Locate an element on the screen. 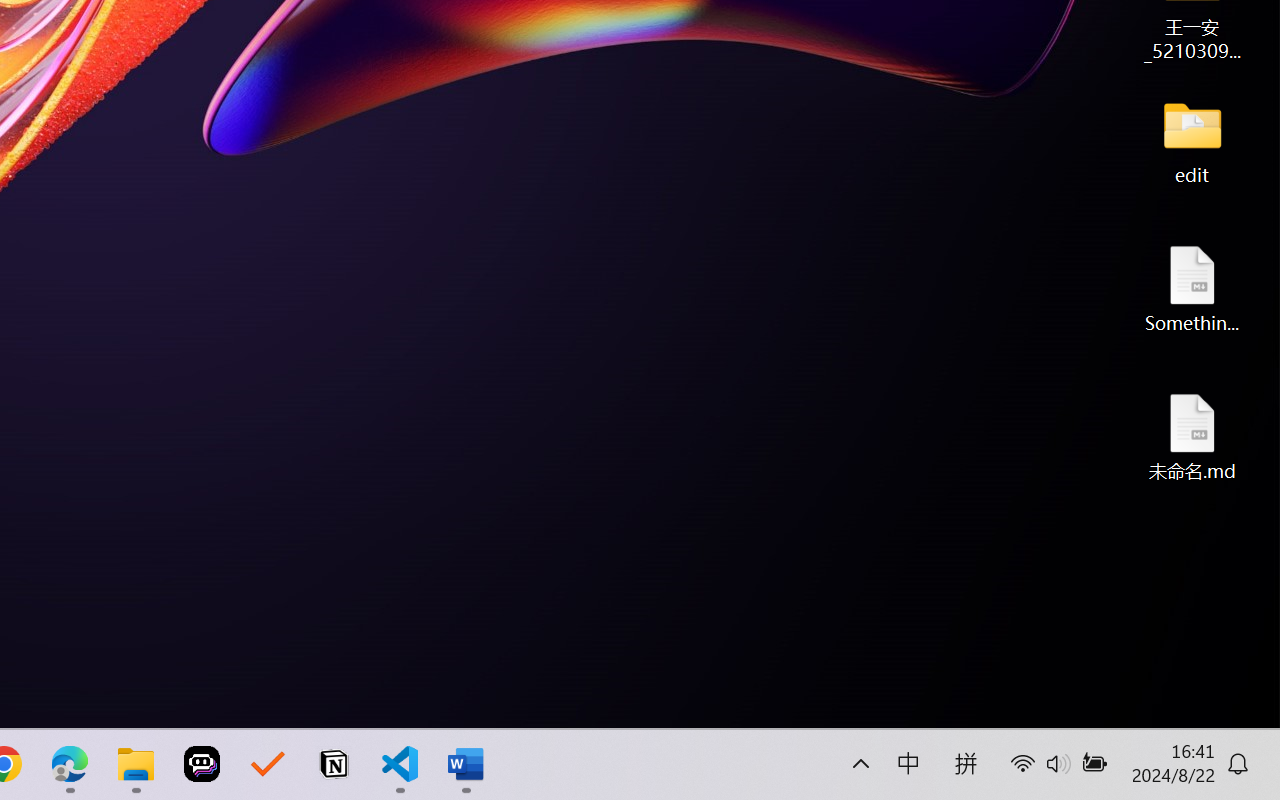 The image size is (1280, 800). 'edit' is located at coordinates (1192, 140).